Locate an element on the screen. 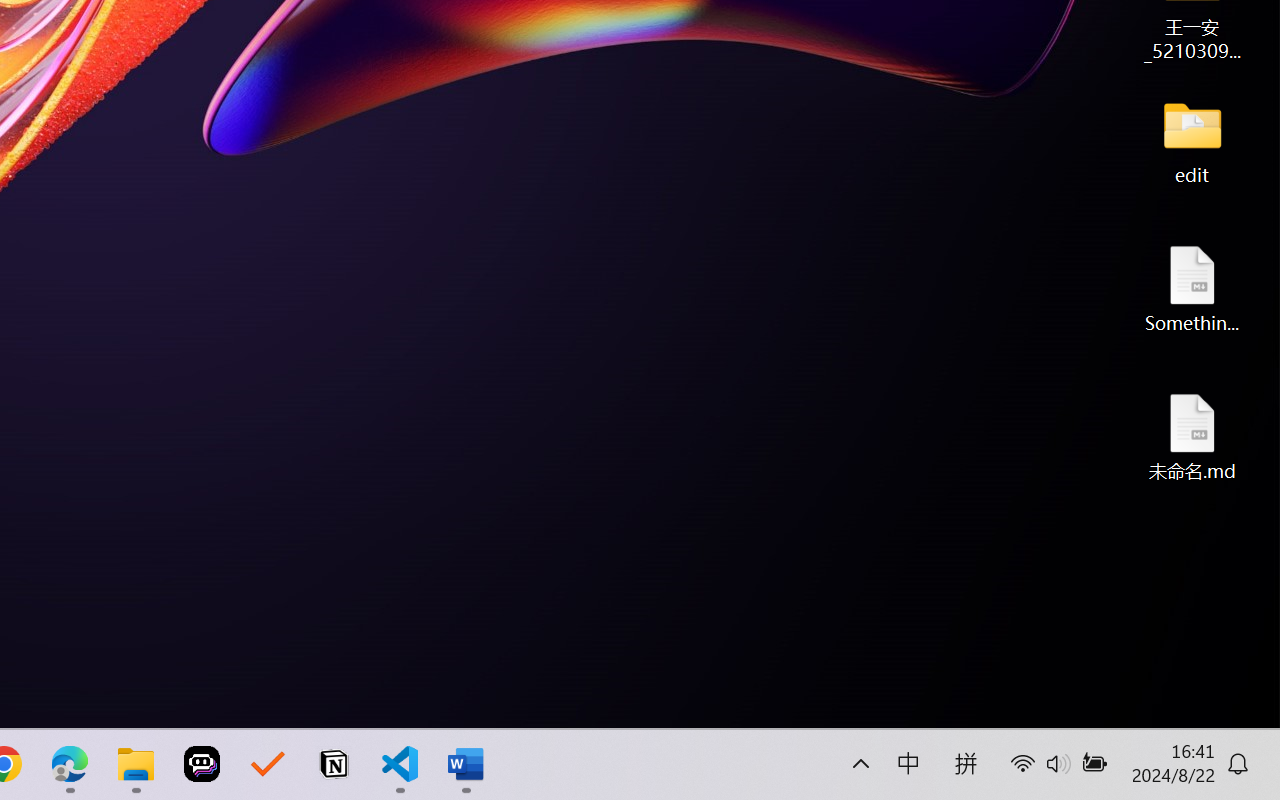 The image size is (1280, 800). 'edit' is located at coordinates (1192, 140).